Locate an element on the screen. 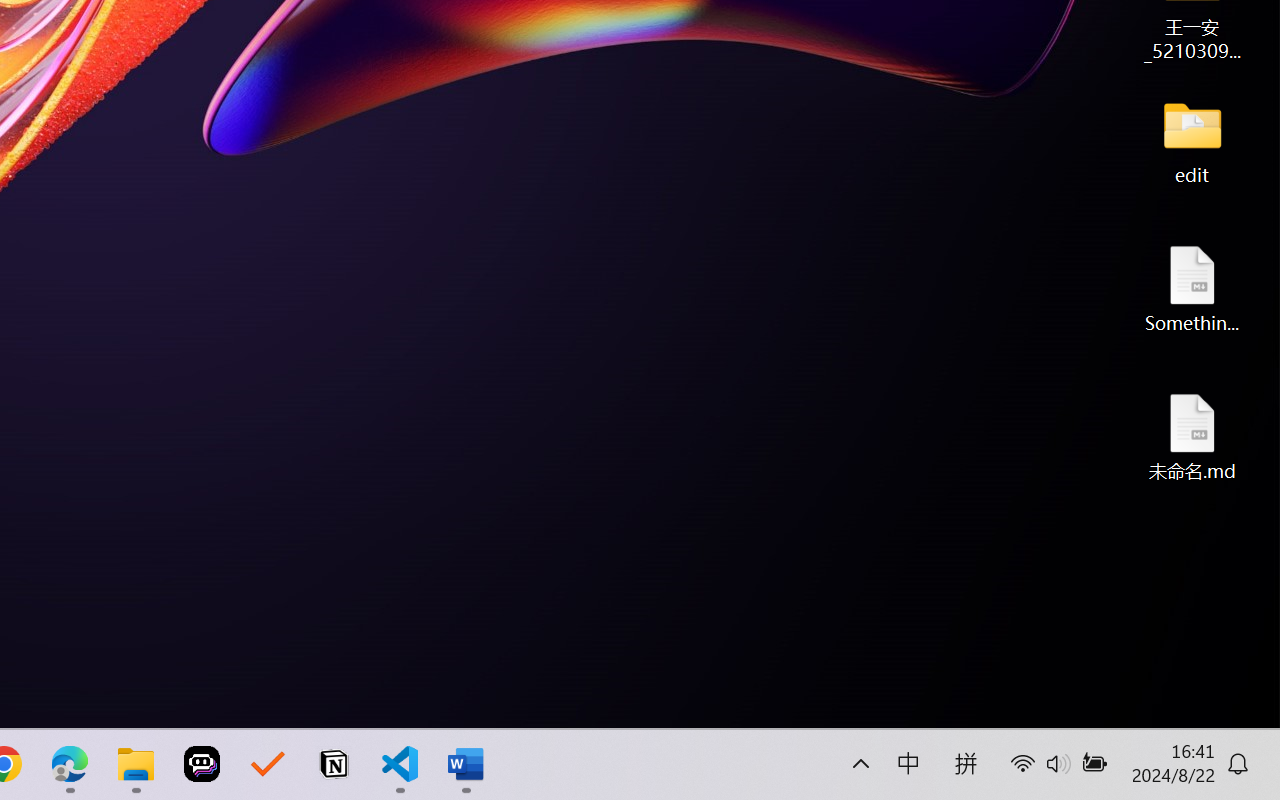 The image size is (1280, 800). 'edit' is located at coordinates (1192, 140).